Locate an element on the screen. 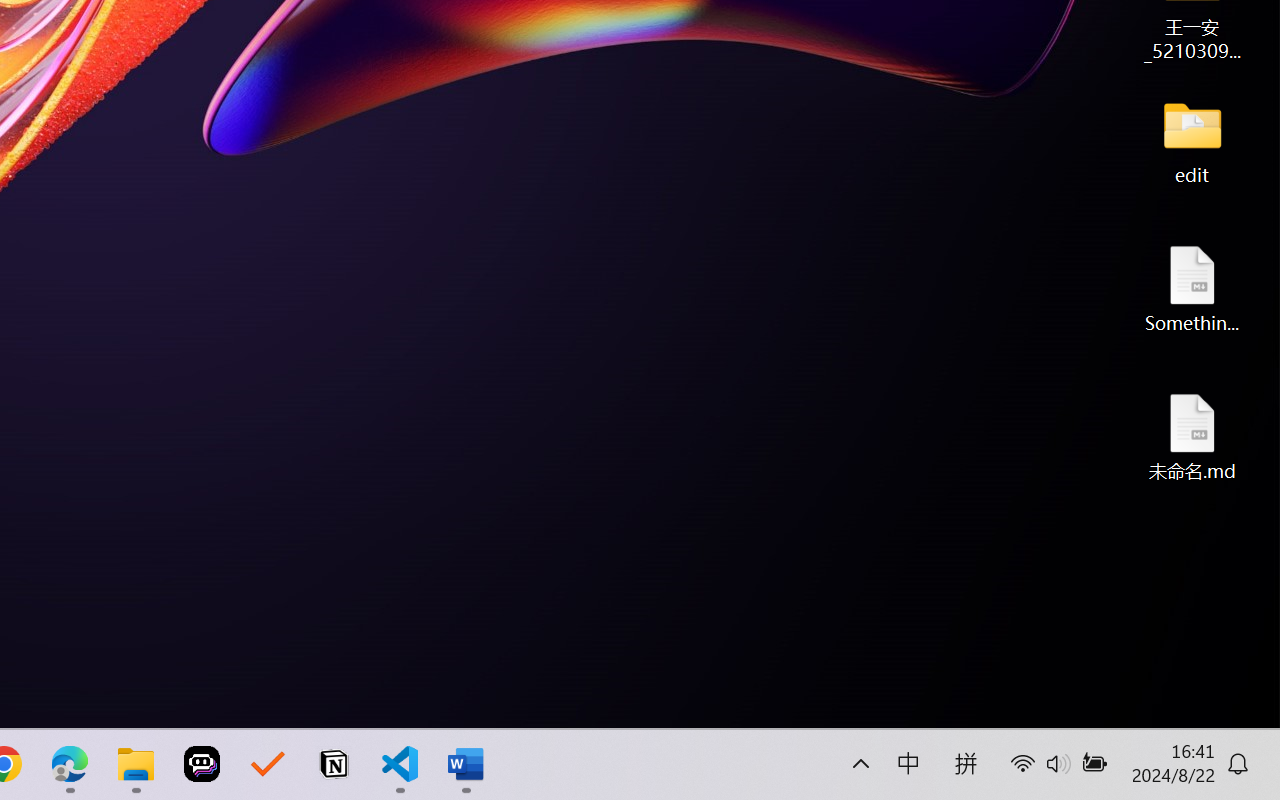 The image size is (1280, 800). 'edit' is located at coordinates (1192, 140).